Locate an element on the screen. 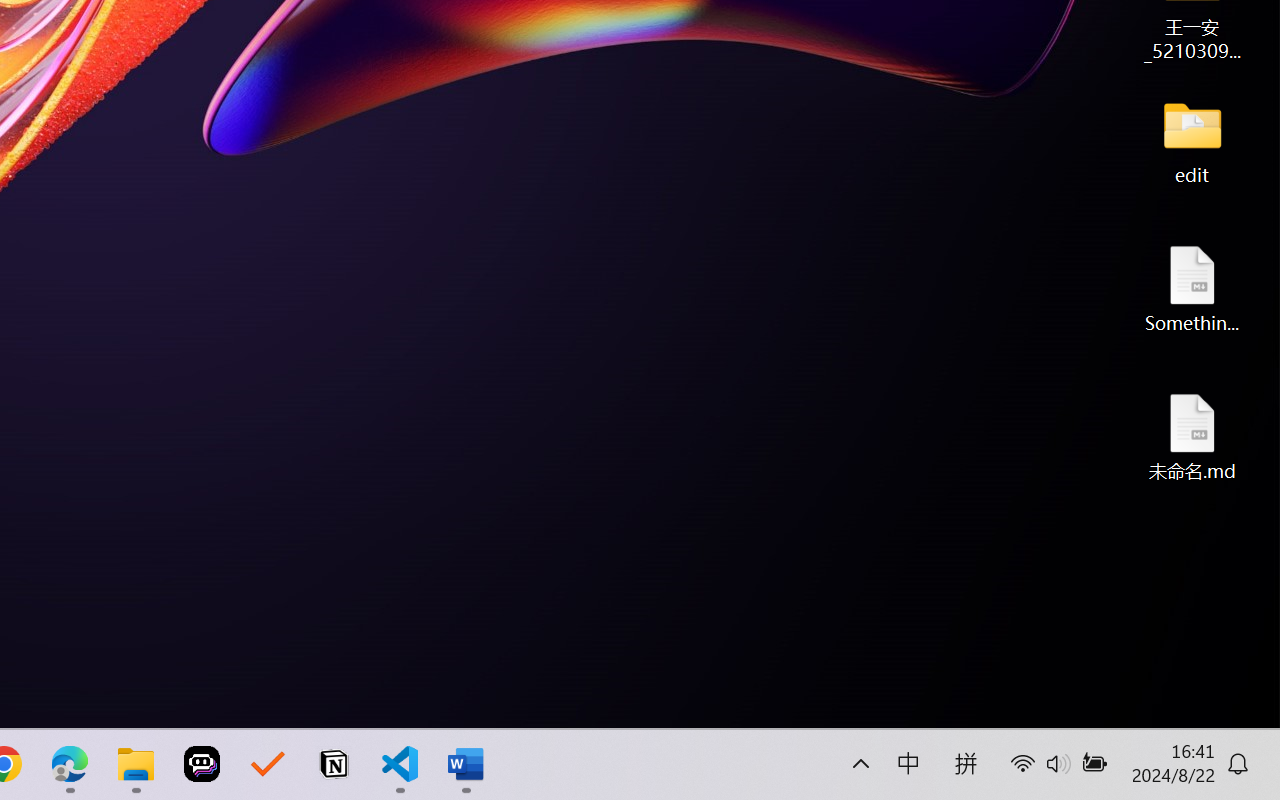 The image size is (1280, 800). 'edit' is located at coordinates (1192, 140).